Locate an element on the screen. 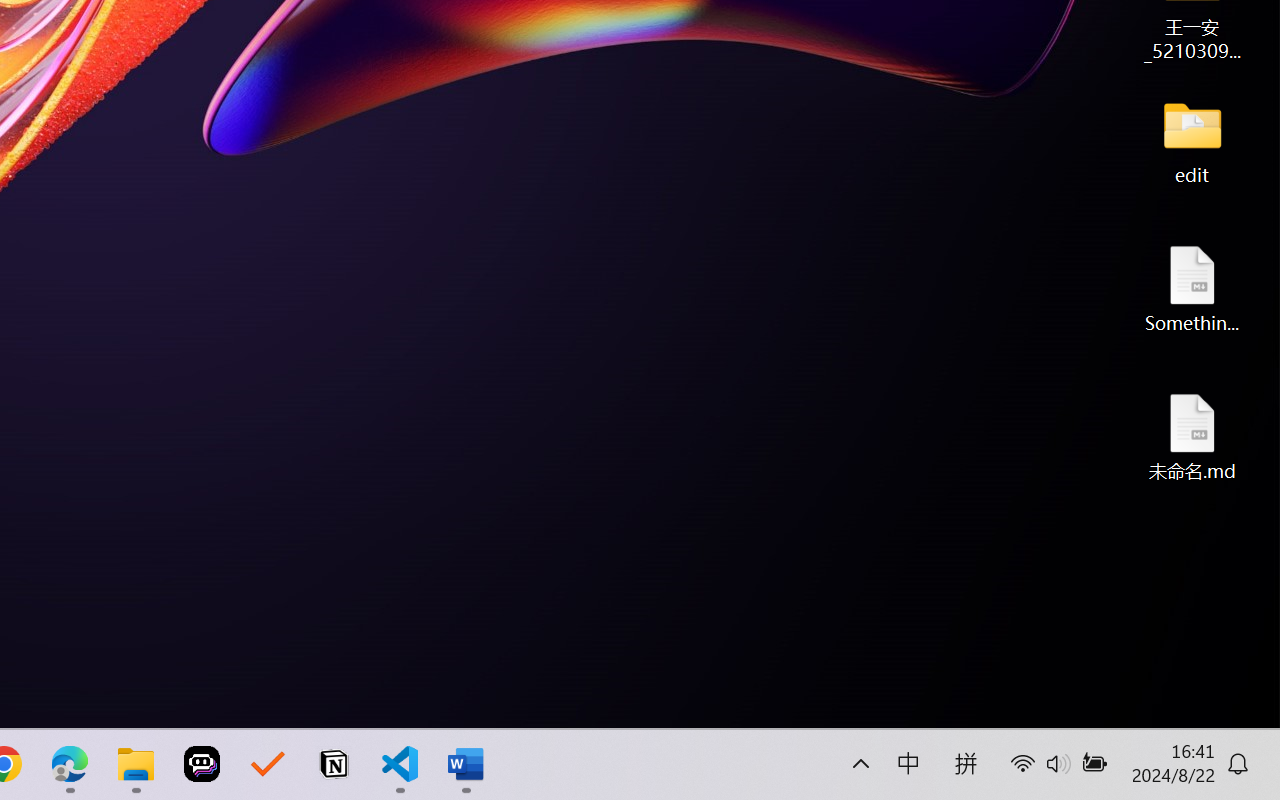 The image size is (1280, 800). 'edit' is located at coordinates (1192, 140).